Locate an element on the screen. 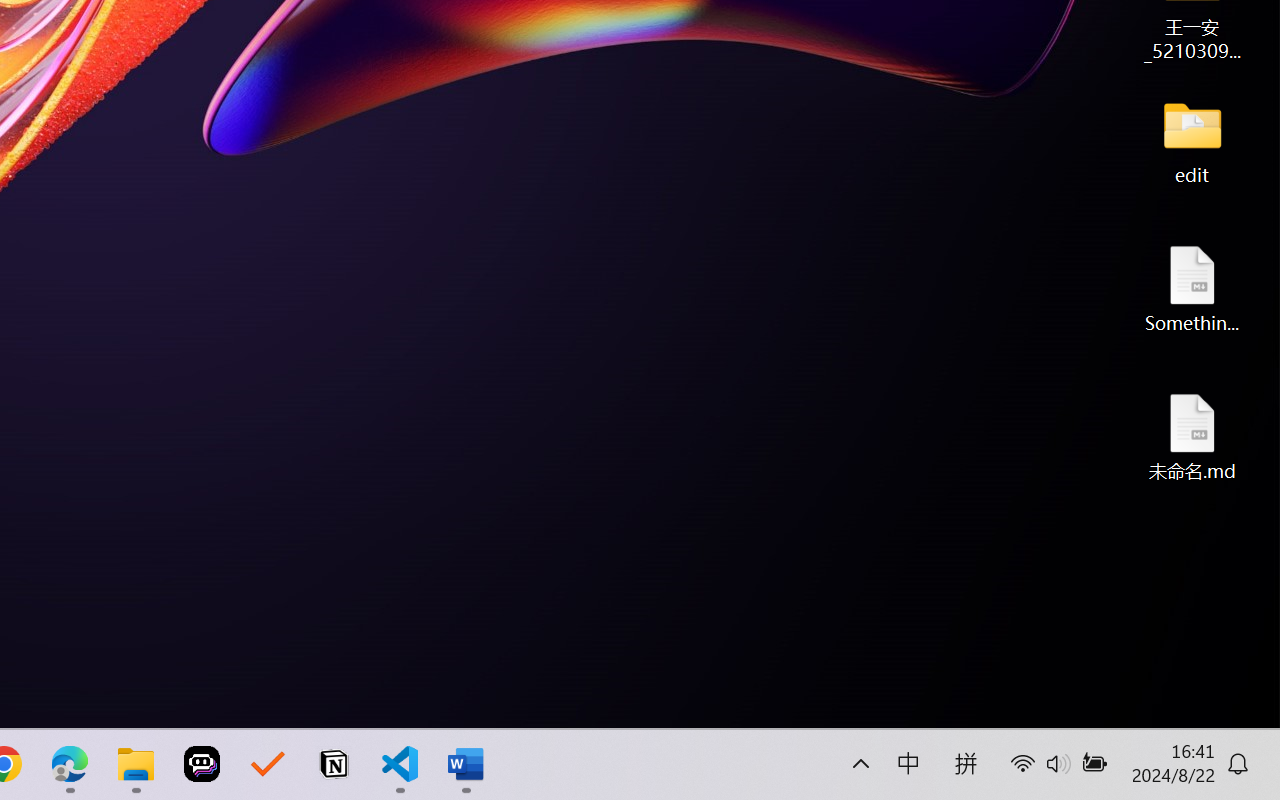 The image size is (1280, 800). 'edit' is located at coordinates (1192, 140).